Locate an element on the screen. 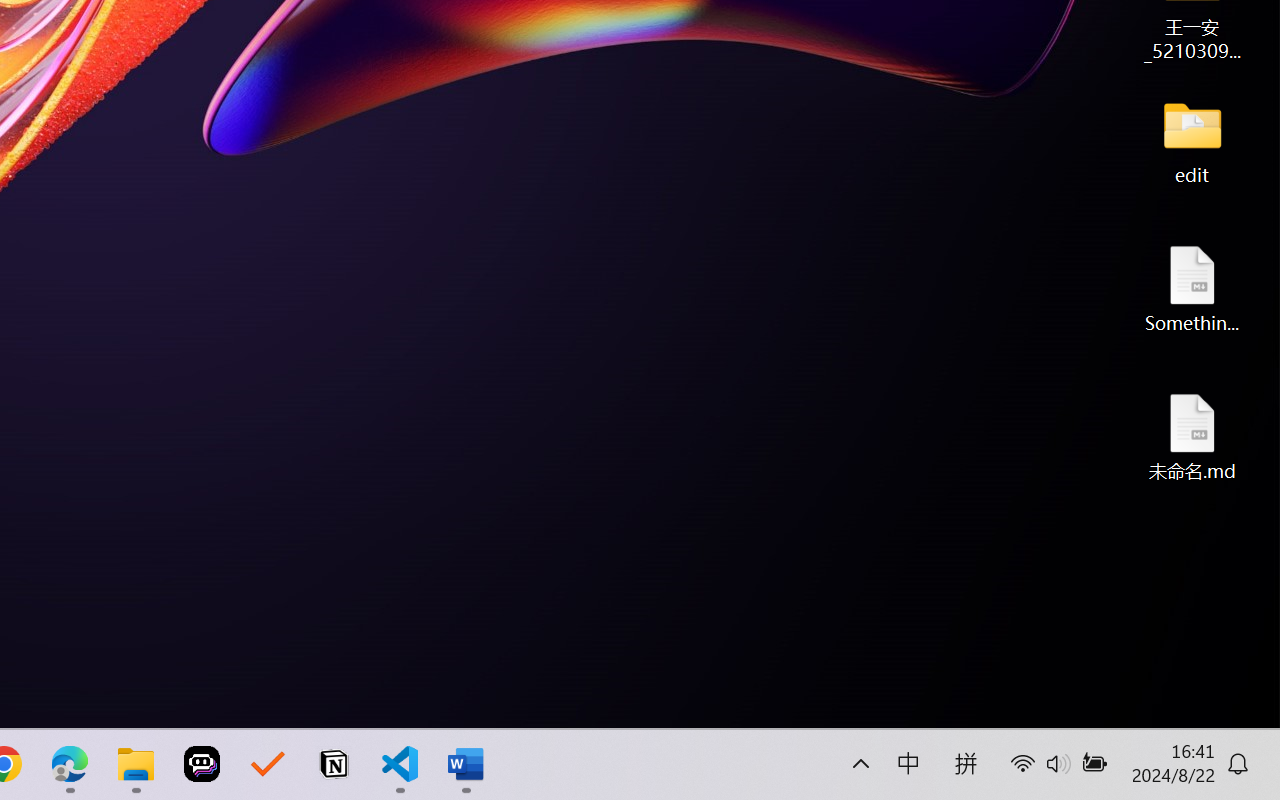 The image size is (1280, 800). 'edit' is located at coordinates (1192, 140).